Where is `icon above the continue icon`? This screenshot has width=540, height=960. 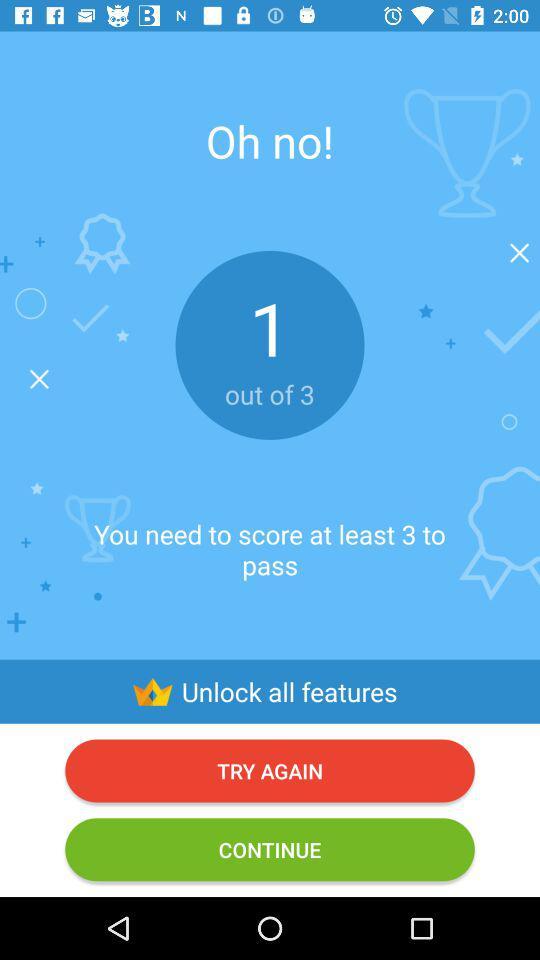 icon above the continue icon is located at coordinates (270, 769).